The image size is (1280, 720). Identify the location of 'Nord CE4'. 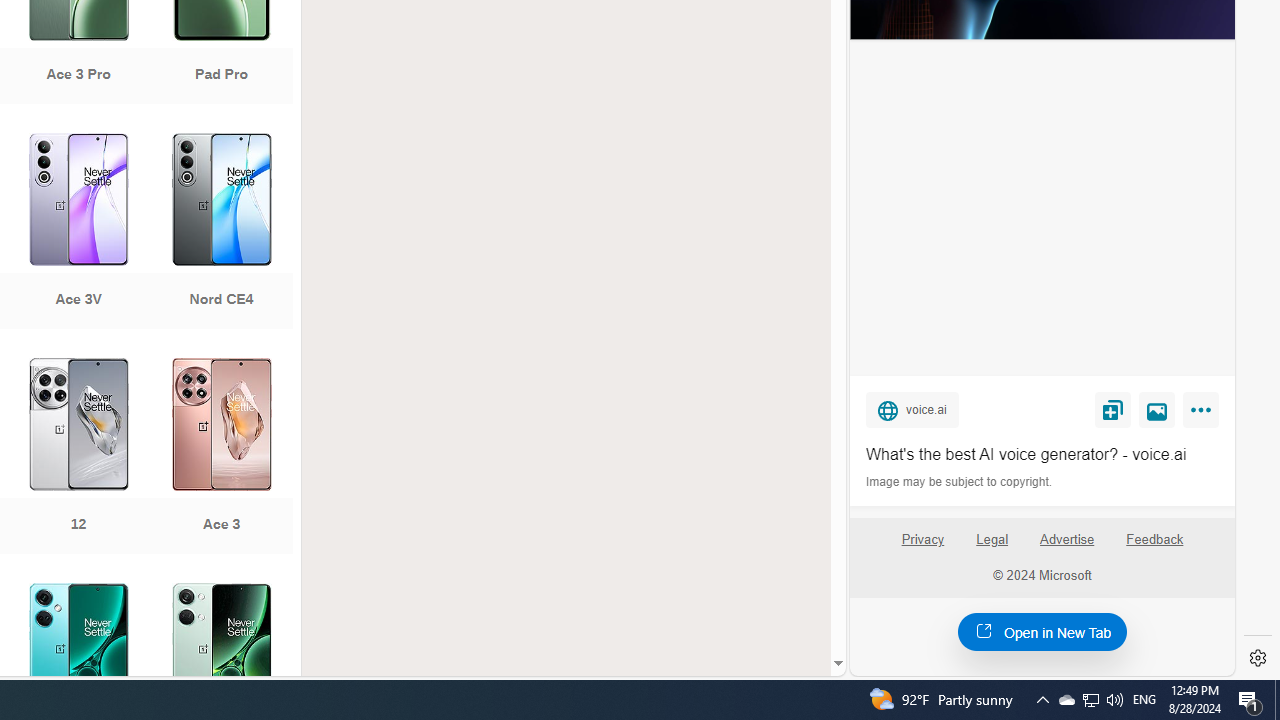
(221, 232).